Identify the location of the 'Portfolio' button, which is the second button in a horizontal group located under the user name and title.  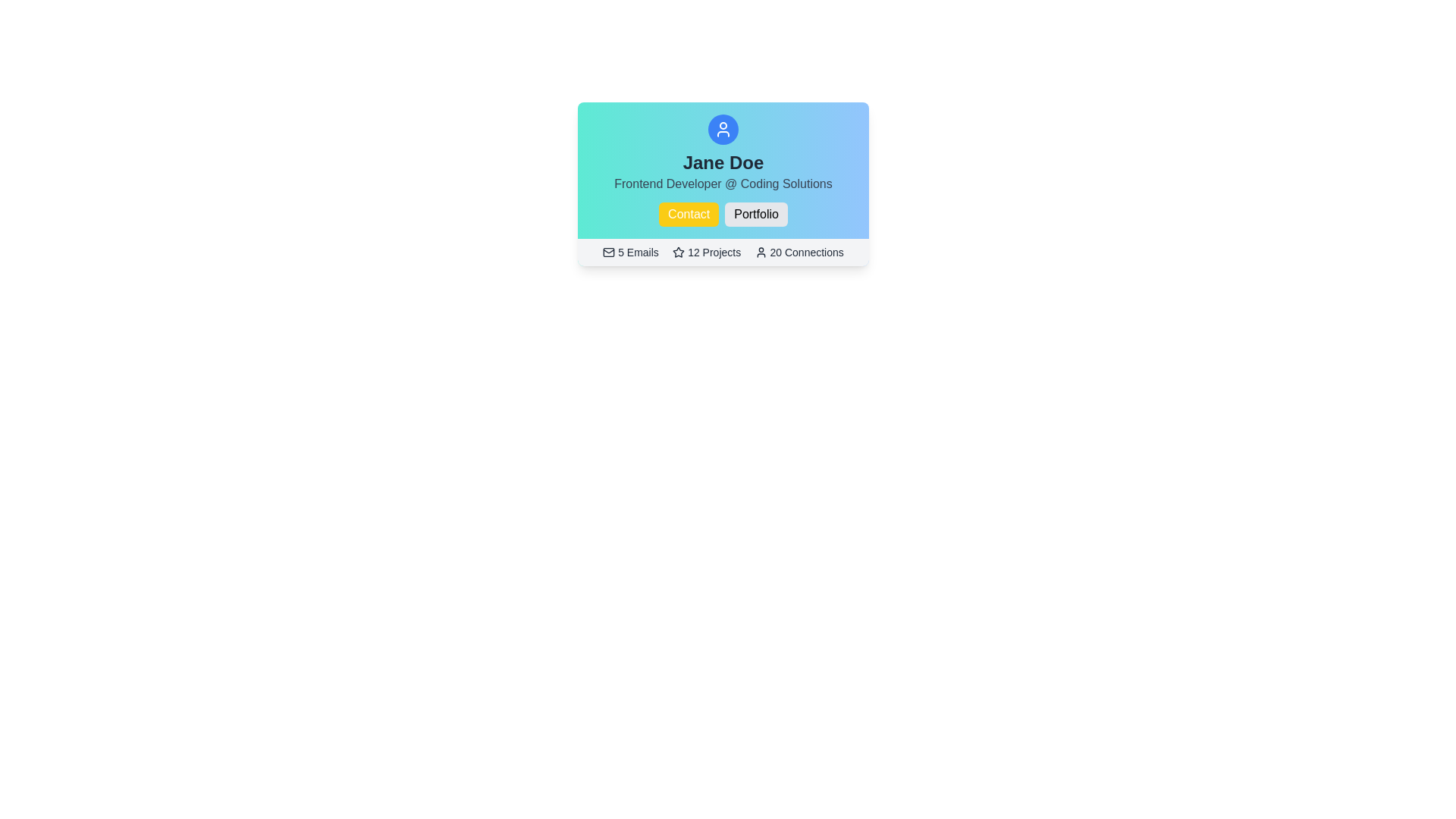
(756, 214).